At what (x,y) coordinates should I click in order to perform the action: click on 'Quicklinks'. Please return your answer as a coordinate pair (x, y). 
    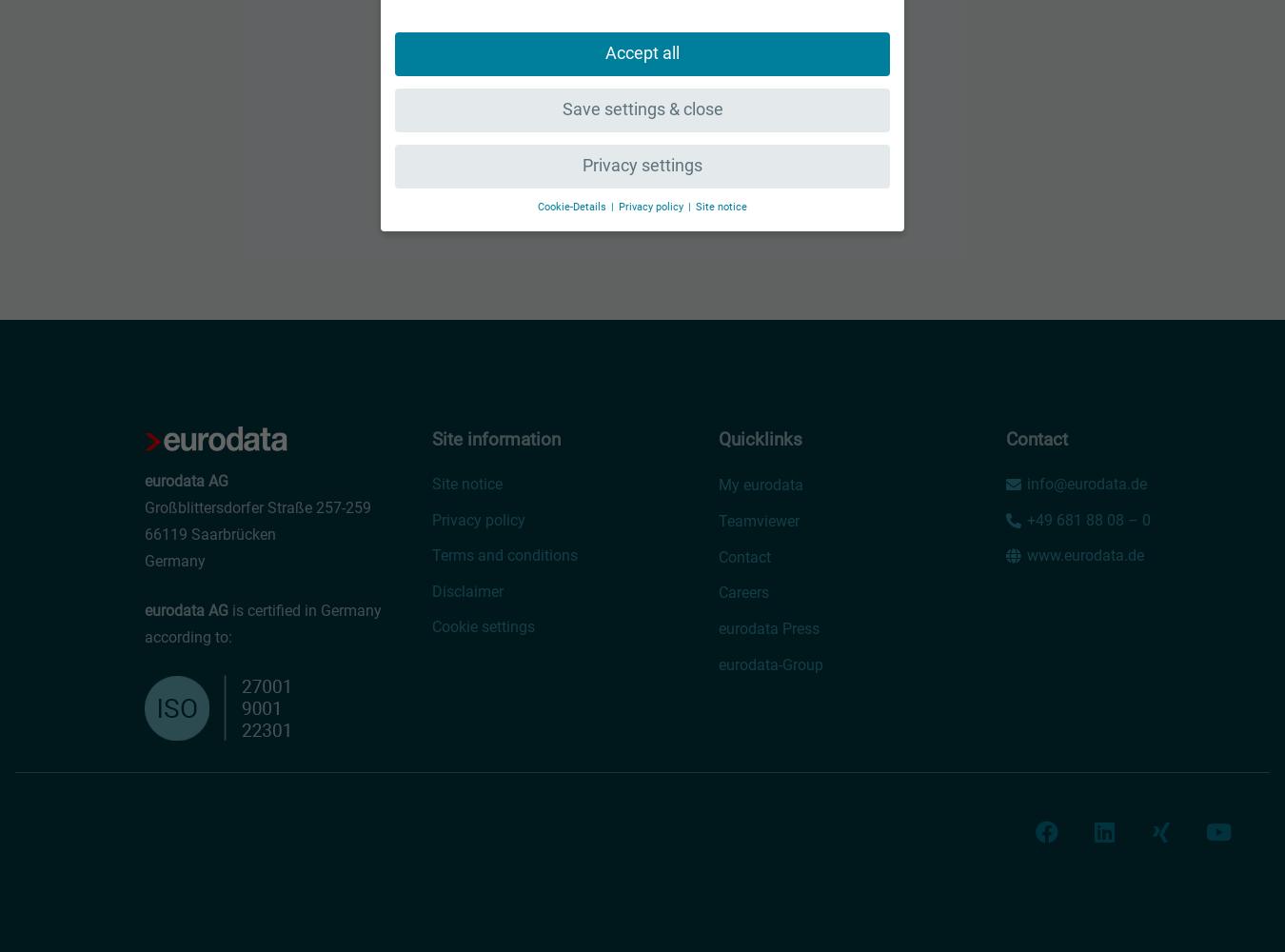
    Looking at the image, I should click on (718, 438).